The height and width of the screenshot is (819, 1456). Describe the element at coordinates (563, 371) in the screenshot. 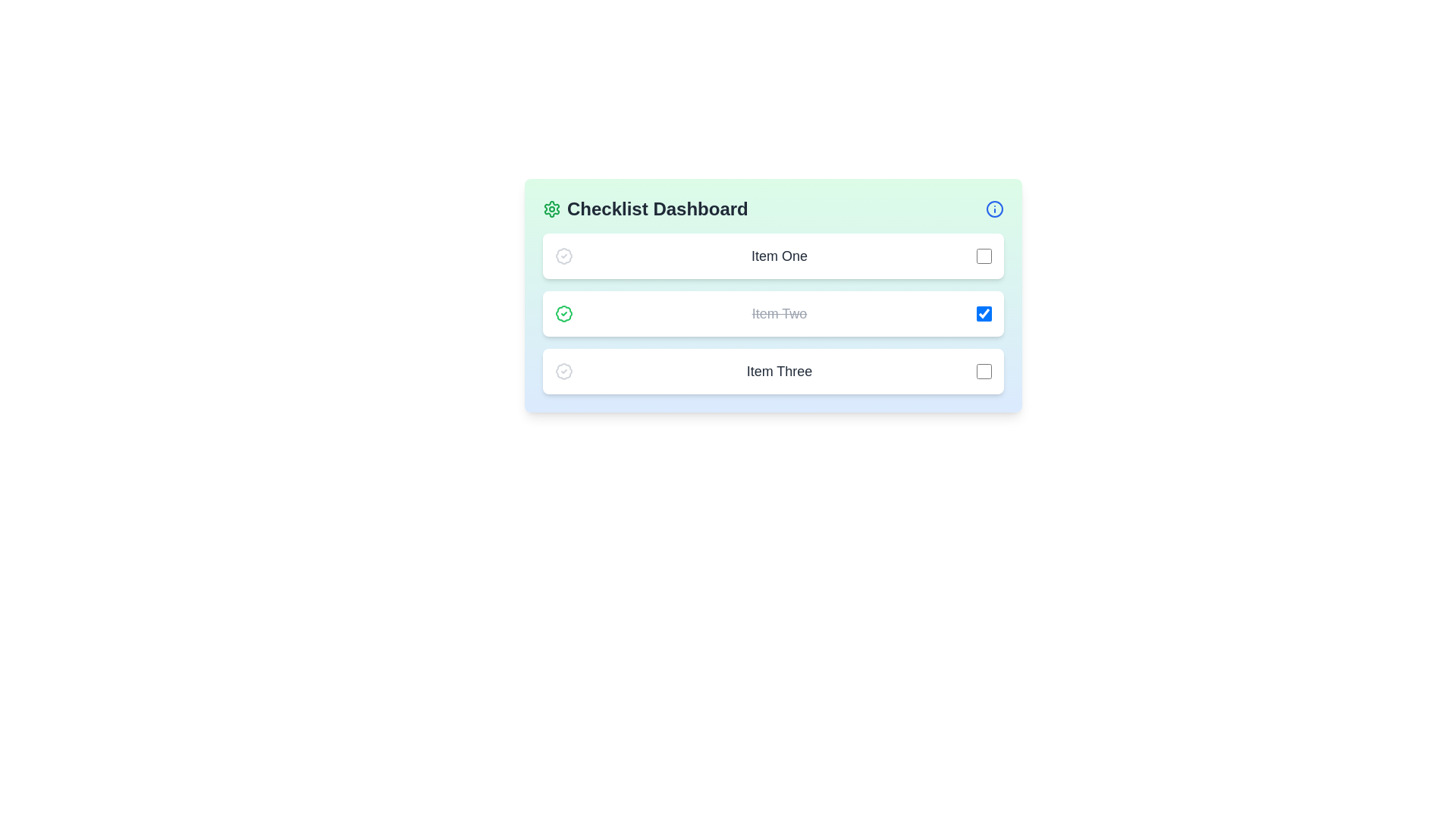

I see `the decorative badge-like circular icon with a scalloped edge and a checkmark at its center, located to the left of 'Item Three' in the third card of a vertical list` at that location.